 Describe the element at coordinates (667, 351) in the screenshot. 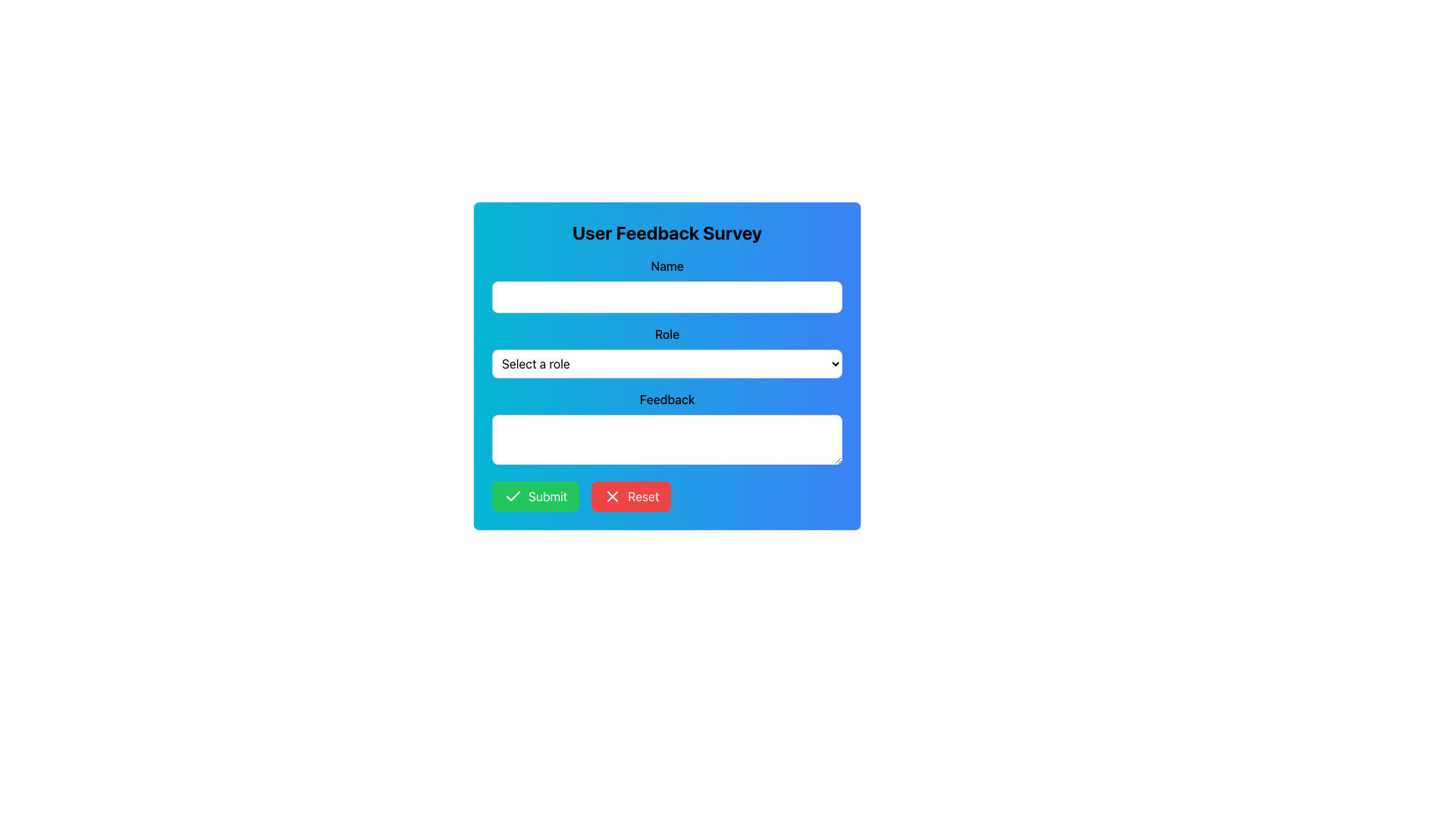

I see `the 'Role' dropdown menu, which is styled with a white background and light grey border` at that location.